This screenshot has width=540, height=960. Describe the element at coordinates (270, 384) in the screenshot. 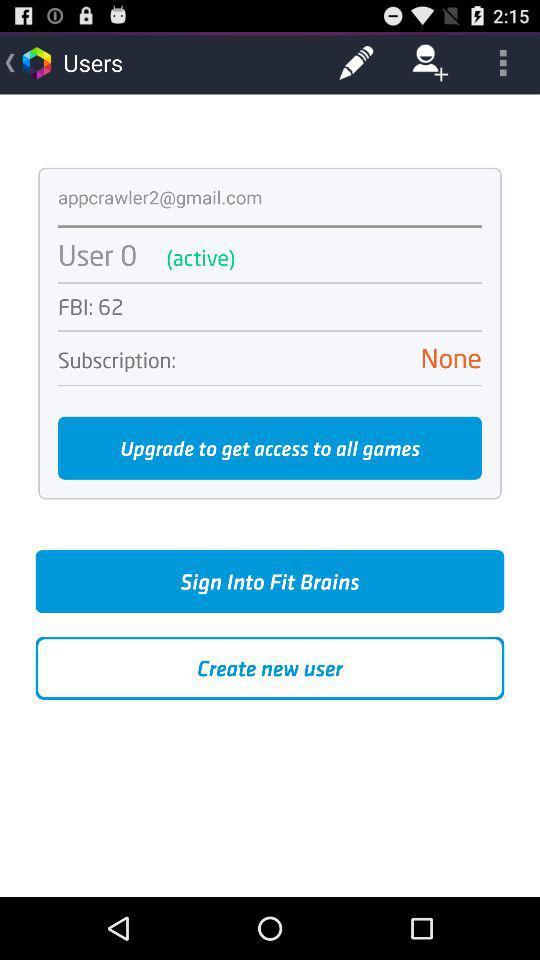

I see `the app below none icon` at that location.